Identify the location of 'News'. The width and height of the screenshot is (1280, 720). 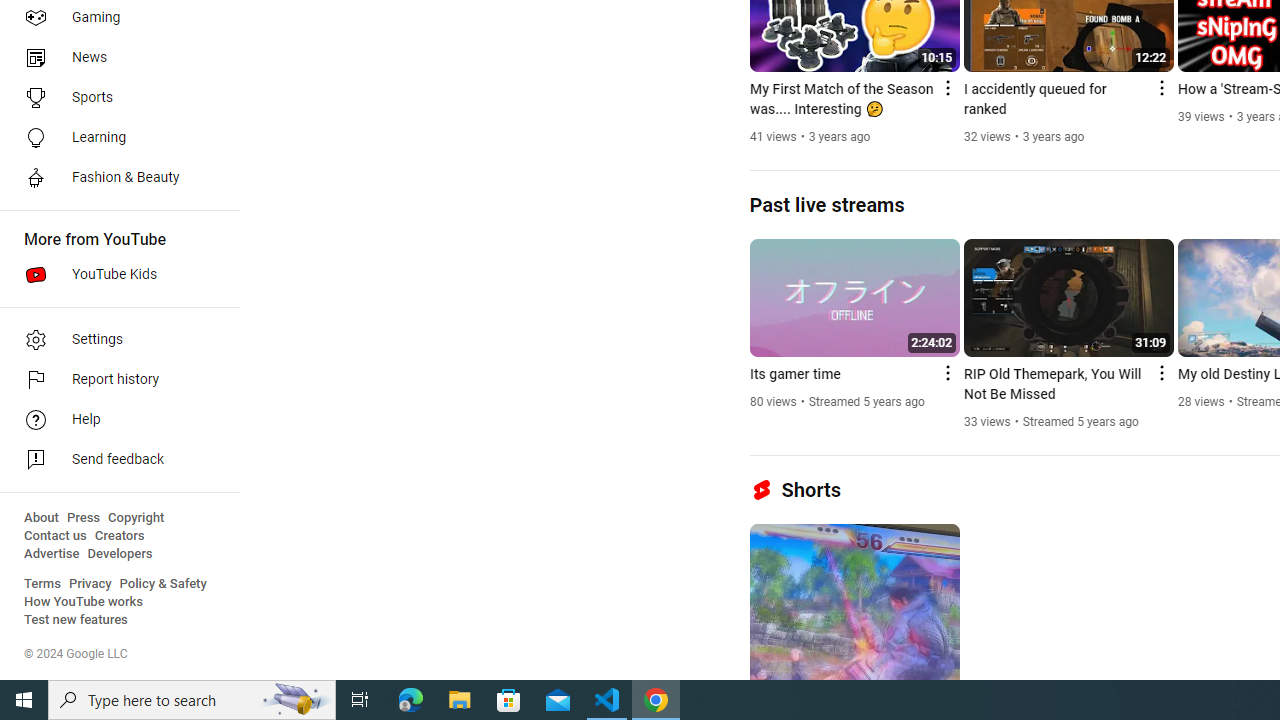
(112, 56).